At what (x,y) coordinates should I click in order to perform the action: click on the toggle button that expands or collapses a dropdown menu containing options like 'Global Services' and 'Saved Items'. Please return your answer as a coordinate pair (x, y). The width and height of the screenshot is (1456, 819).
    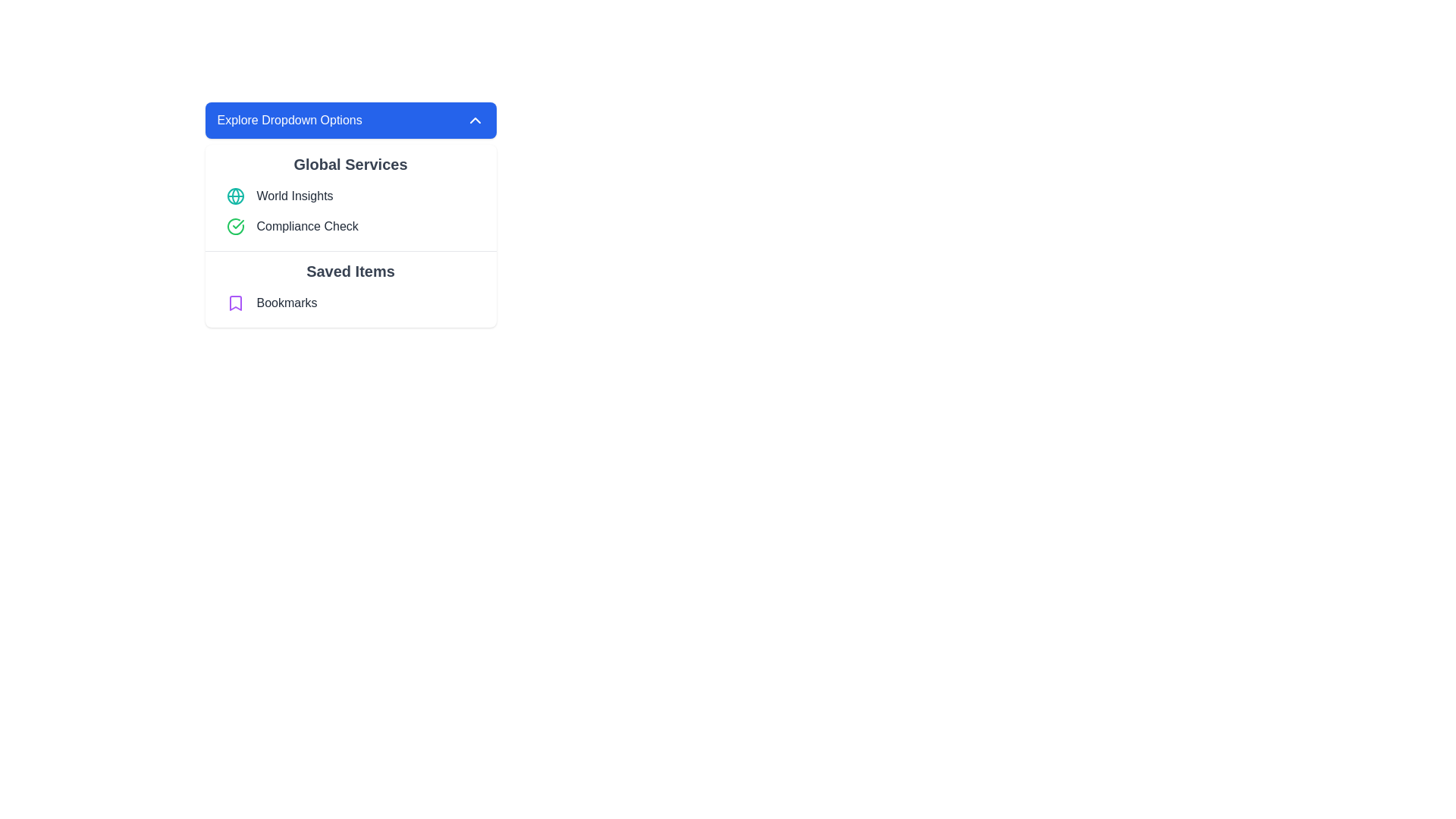
    Looking at the image, I should click on (350, 119).